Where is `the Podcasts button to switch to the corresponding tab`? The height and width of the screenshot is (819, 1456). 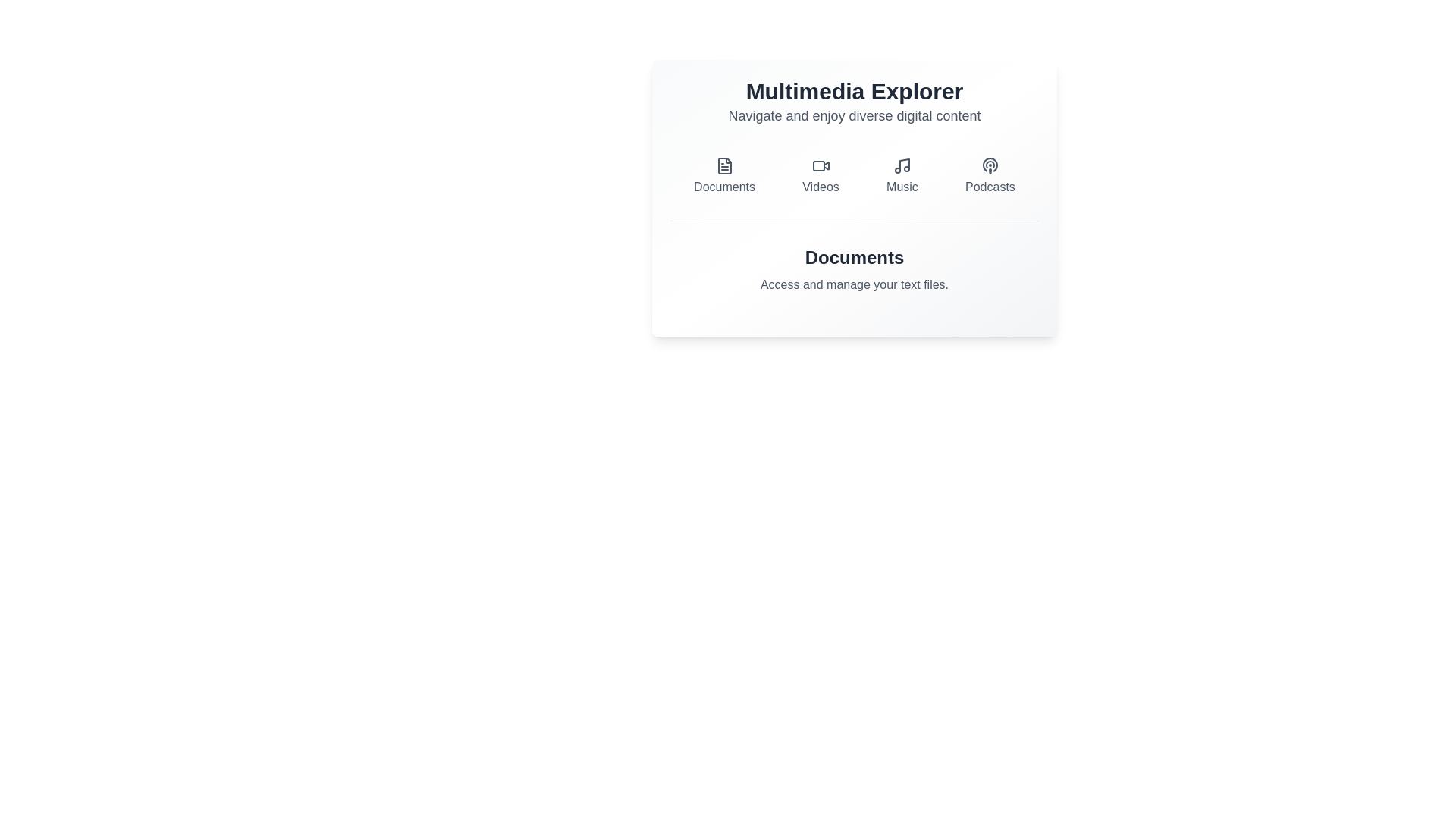
the Podcasts button to switch to the corresponding tab is located at coordinates (990, 175).